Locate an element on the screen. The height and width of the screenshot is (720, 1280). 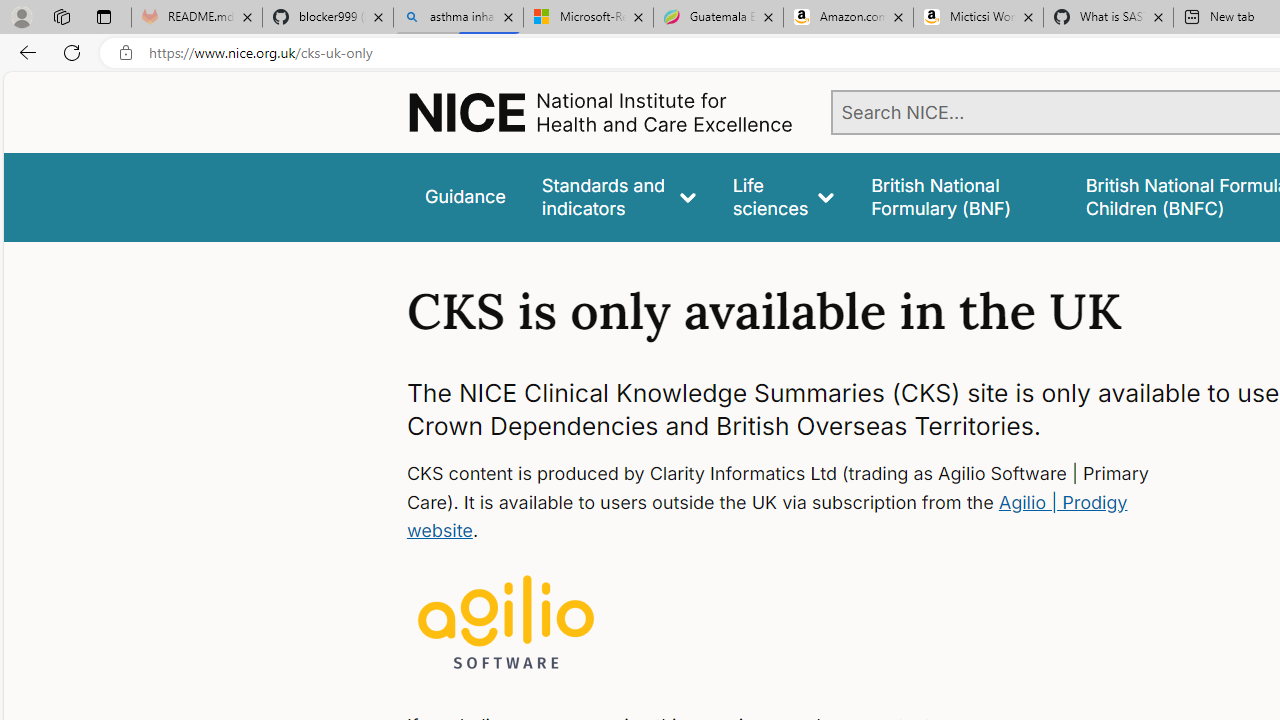
'View site information' is located at coordinates (125, 52).